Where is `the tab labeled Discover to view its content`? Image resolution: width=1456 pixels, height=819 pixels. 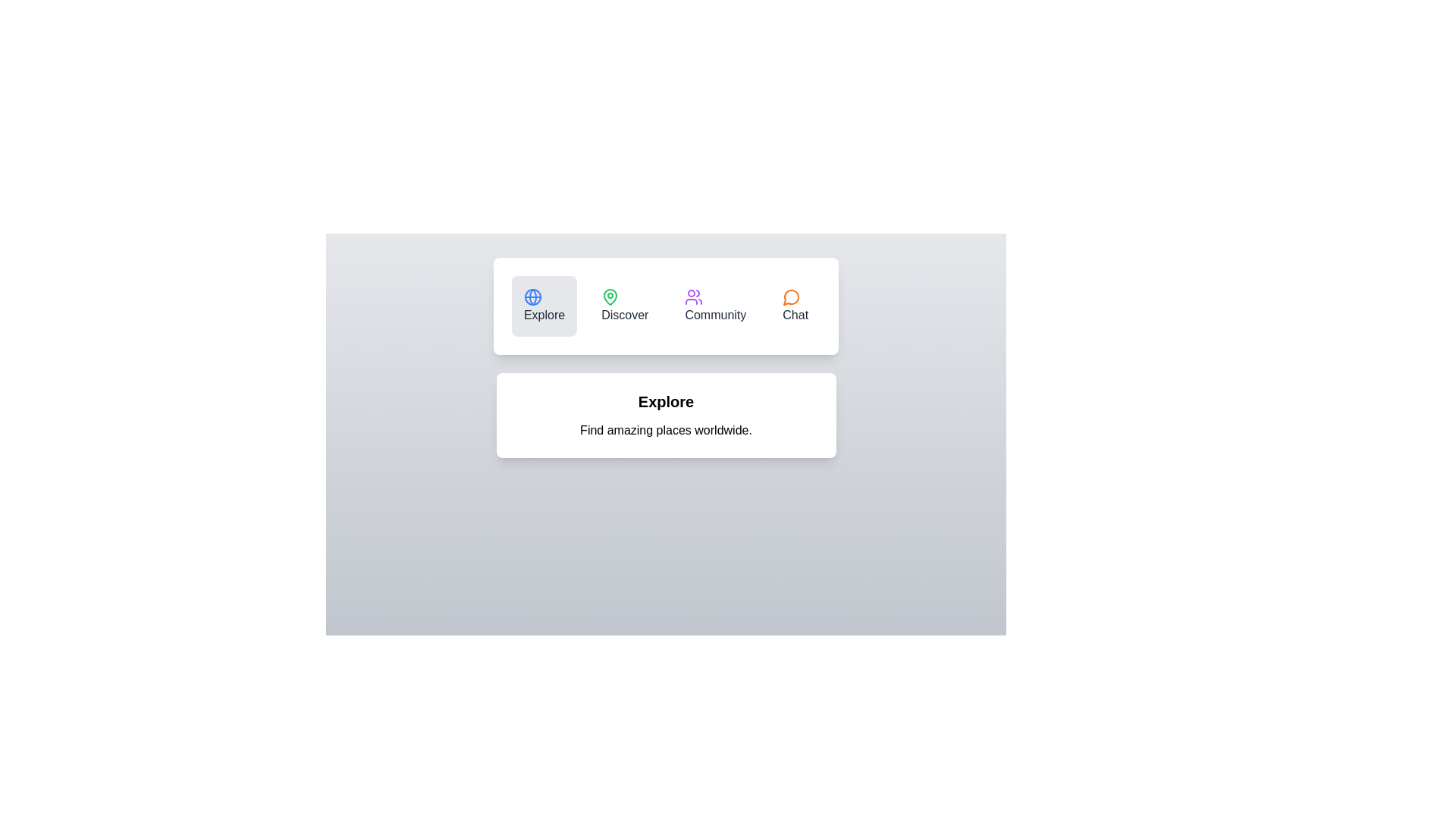
the tab labeled Discover to view its content is located at coordinates (625, 306).